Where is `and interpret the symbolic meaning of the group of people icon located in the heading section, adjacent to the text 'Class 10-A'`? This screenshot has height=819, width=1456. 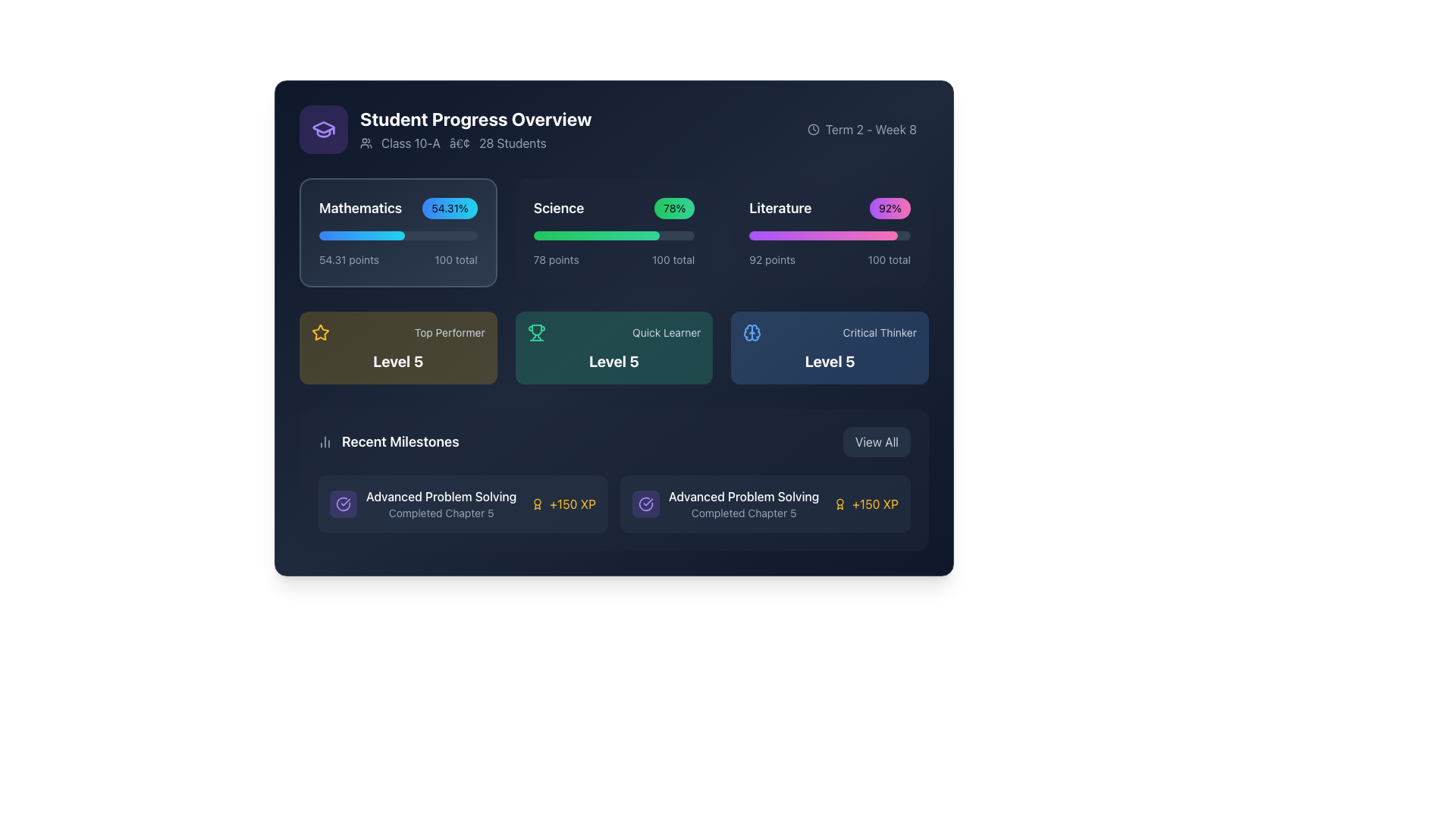 and interpret the symbolic meaning of the group of people icon located in the heading section, adjacent to the text 'Class 10-A' is located at coordinates (366, 143).